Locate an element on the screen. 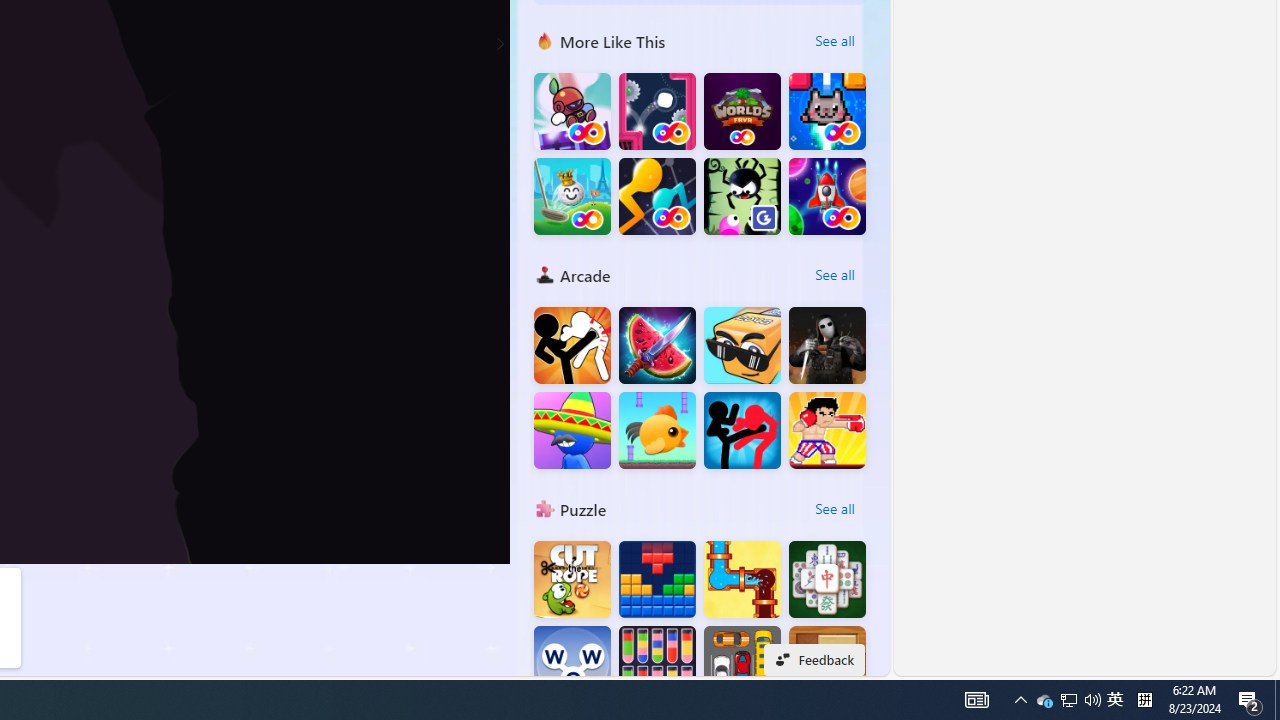 The height and width of the screenshot is (720, 1280). 'Feedback' is located at coordinates (814, 659).